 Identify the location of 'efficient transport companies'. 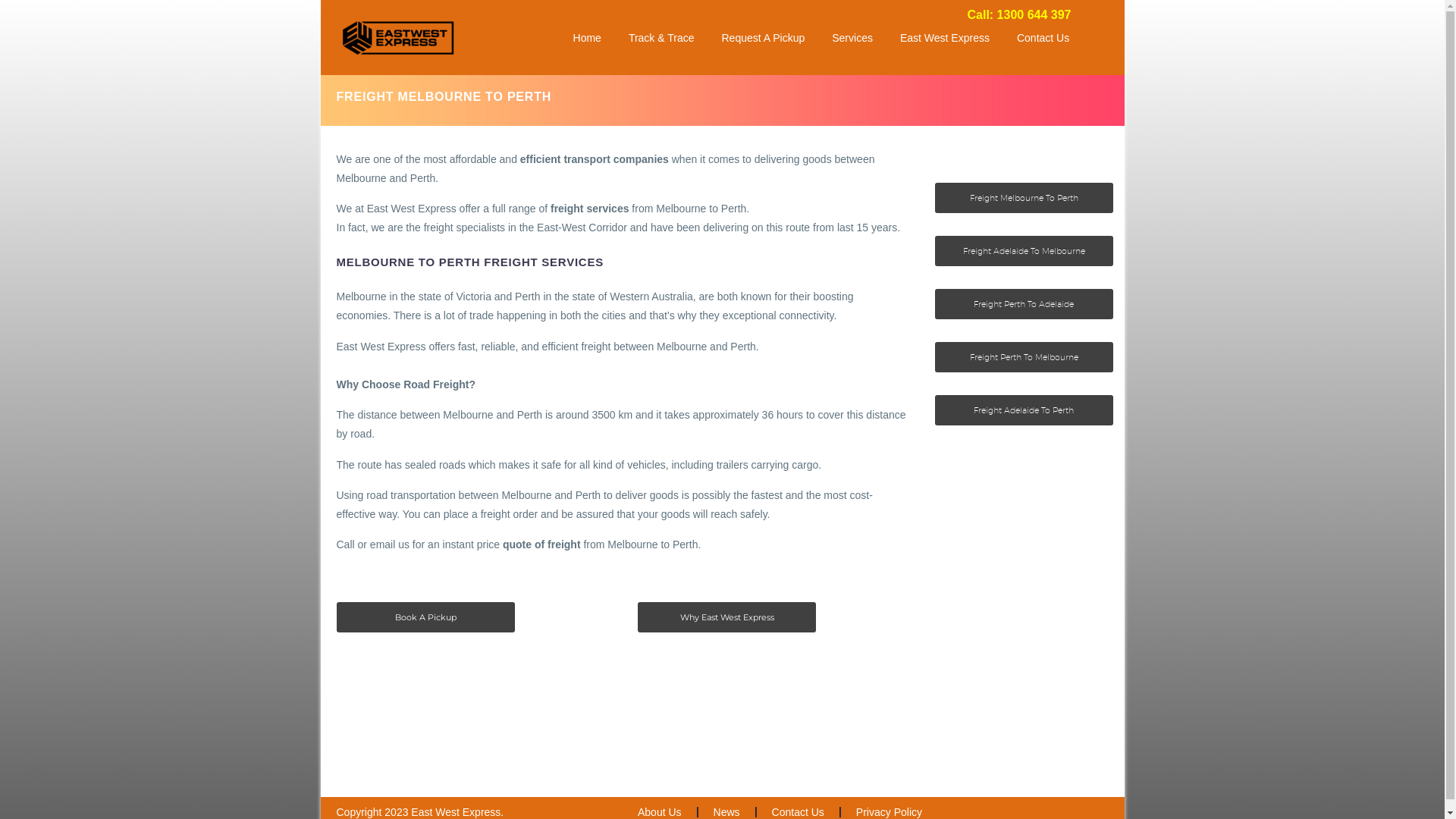
(593, 158).